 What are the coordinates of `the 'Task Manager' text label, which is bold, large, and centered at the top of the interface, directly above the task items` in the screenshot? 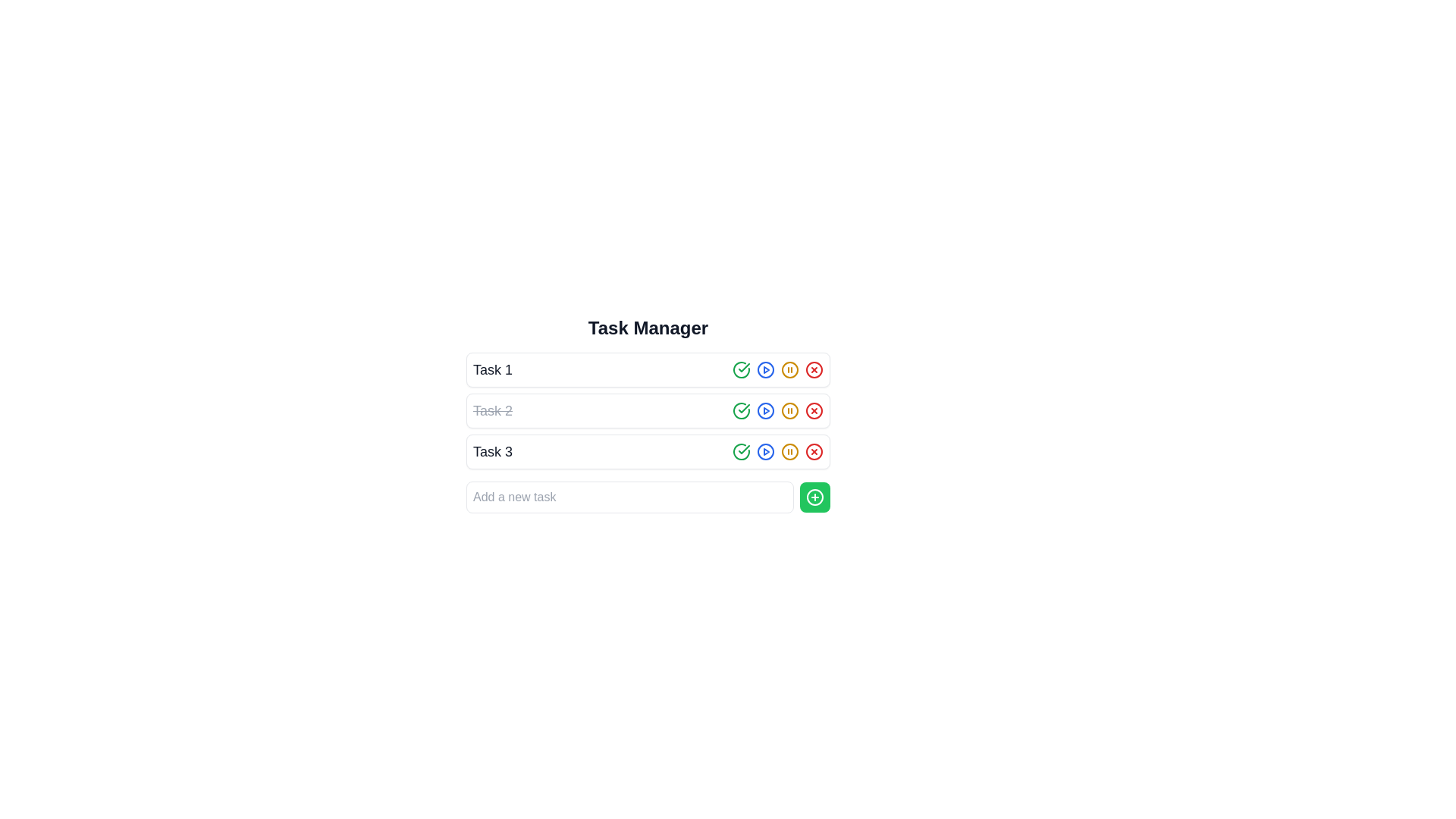 It's located at (648, 327).